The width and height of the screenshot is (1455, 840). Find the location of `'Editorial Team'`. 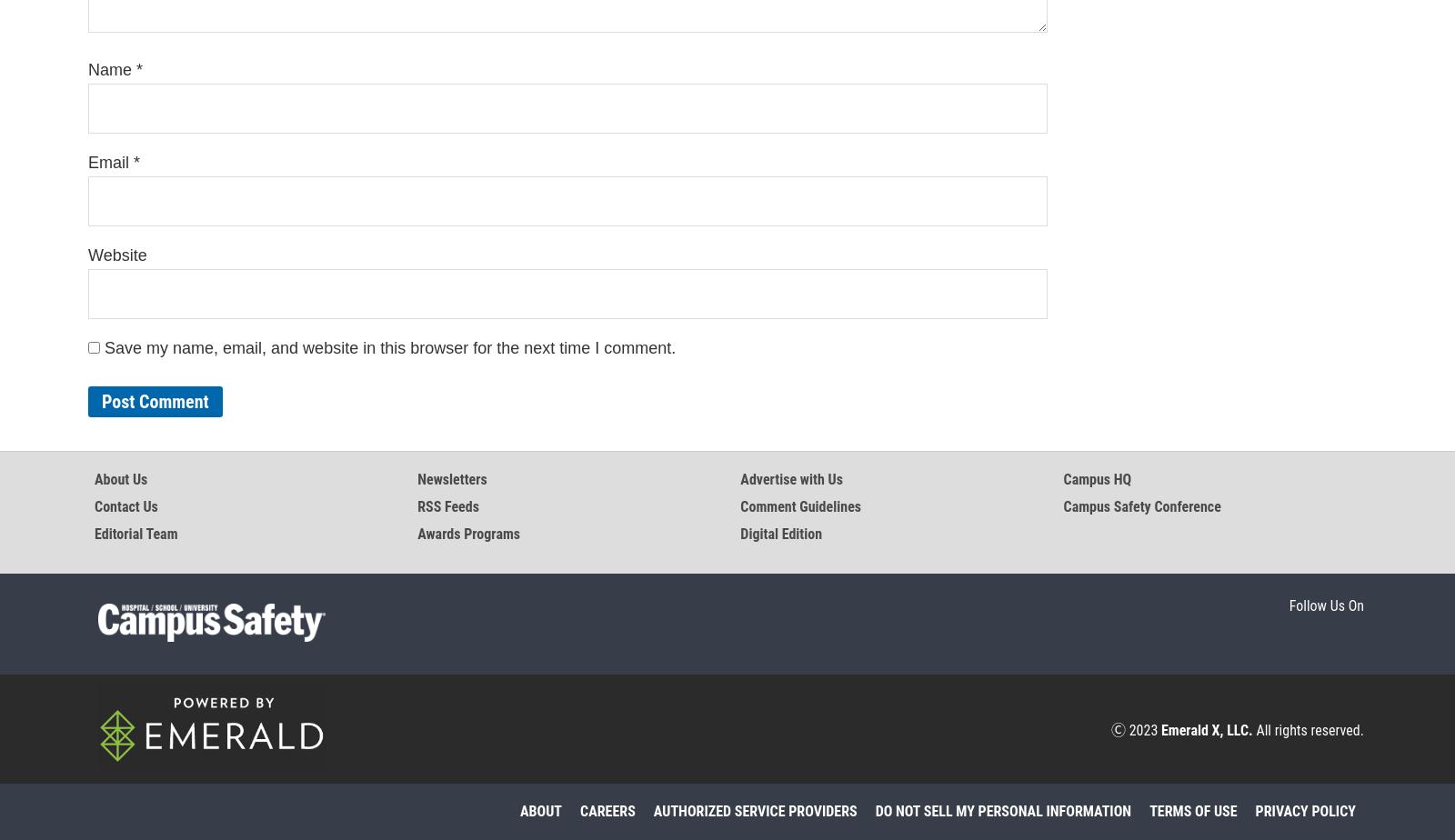

'Editorial Team' is located at coordinates (135, 534).